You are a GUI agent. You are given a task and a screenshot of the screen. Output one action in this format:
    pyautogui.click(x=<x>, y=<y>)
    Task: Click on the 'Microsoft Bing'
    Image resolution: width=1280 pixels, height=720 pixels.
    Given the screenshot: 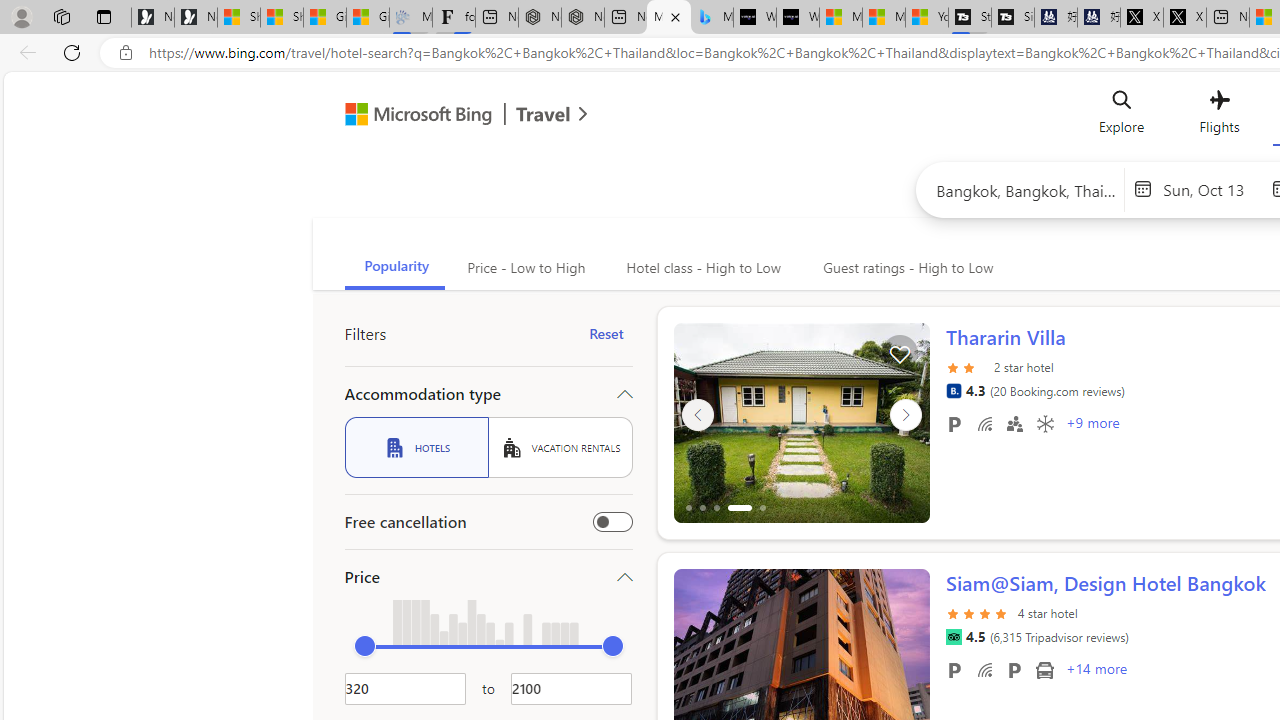 What is the action you would take?
    pyautogui.click(x=409, y=117)
    